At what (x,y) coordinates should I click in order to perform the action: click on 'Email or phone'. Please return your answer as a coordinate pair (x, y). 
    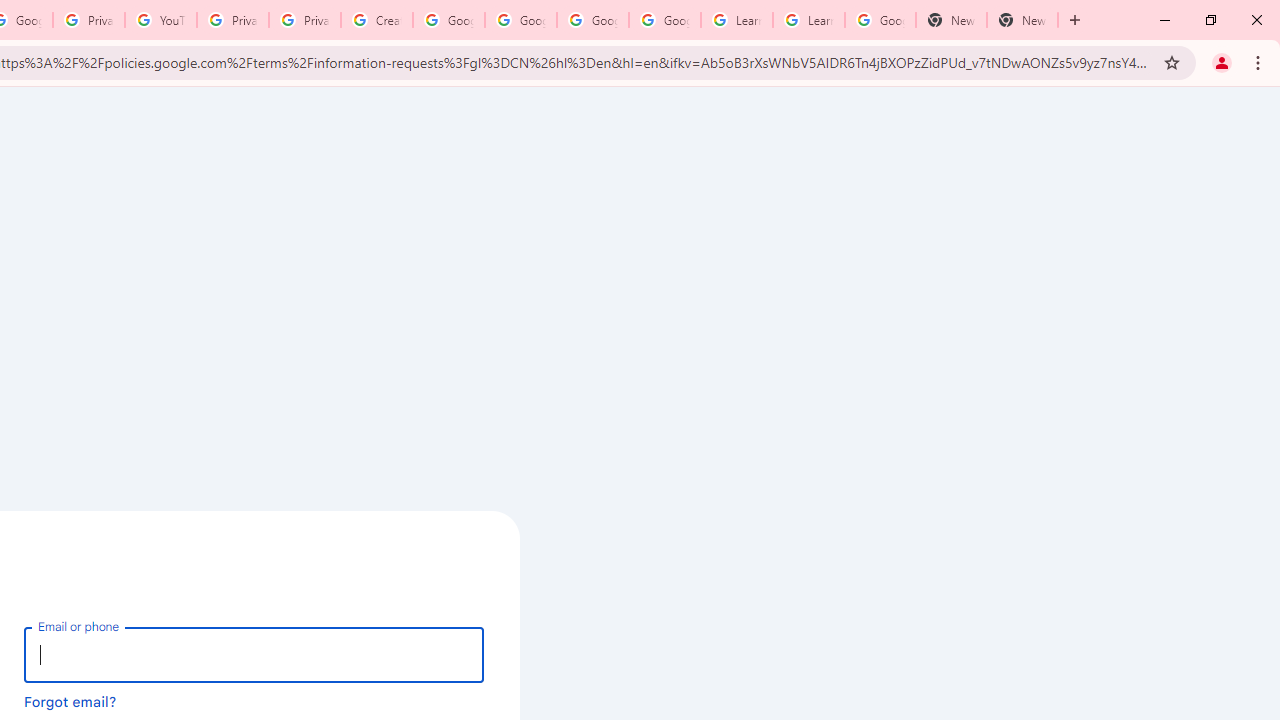
    Looking at the image, I should click on (253, 654).